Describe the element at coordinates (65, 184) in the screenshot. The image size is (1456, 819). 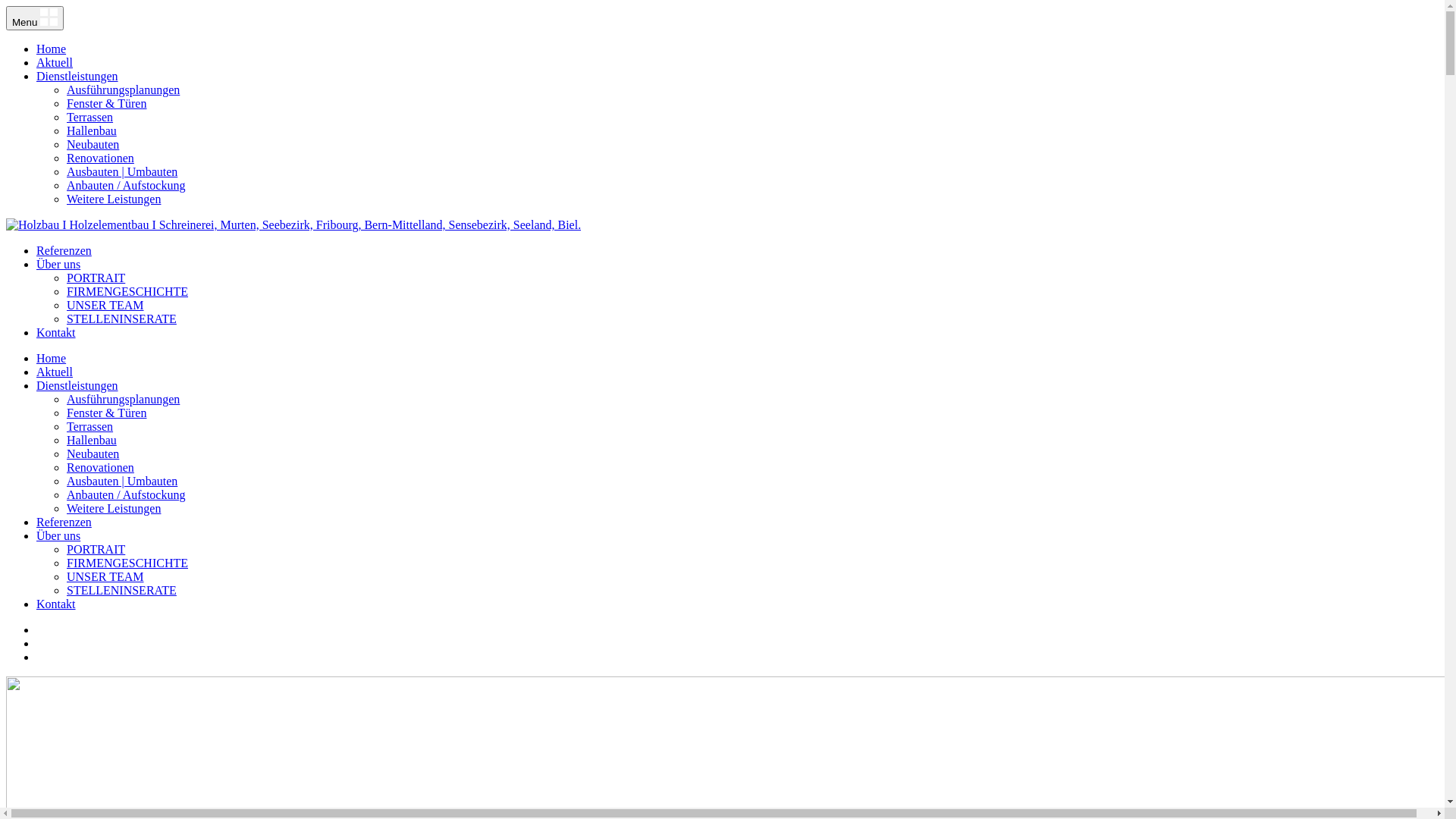
I see `'Anbauten / Aufstockung'` at that location.